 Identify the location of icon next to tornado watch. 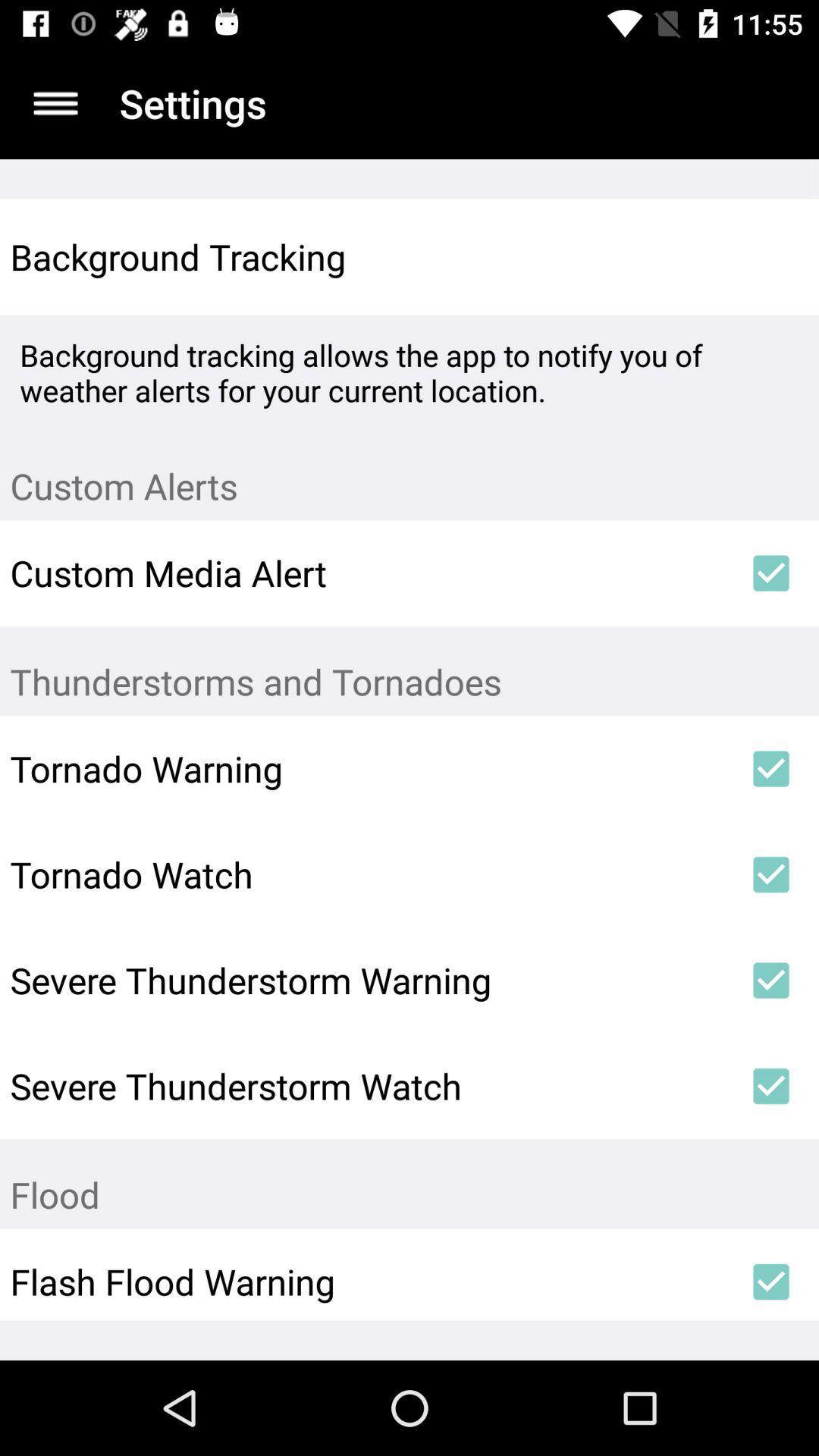
(771, 874).